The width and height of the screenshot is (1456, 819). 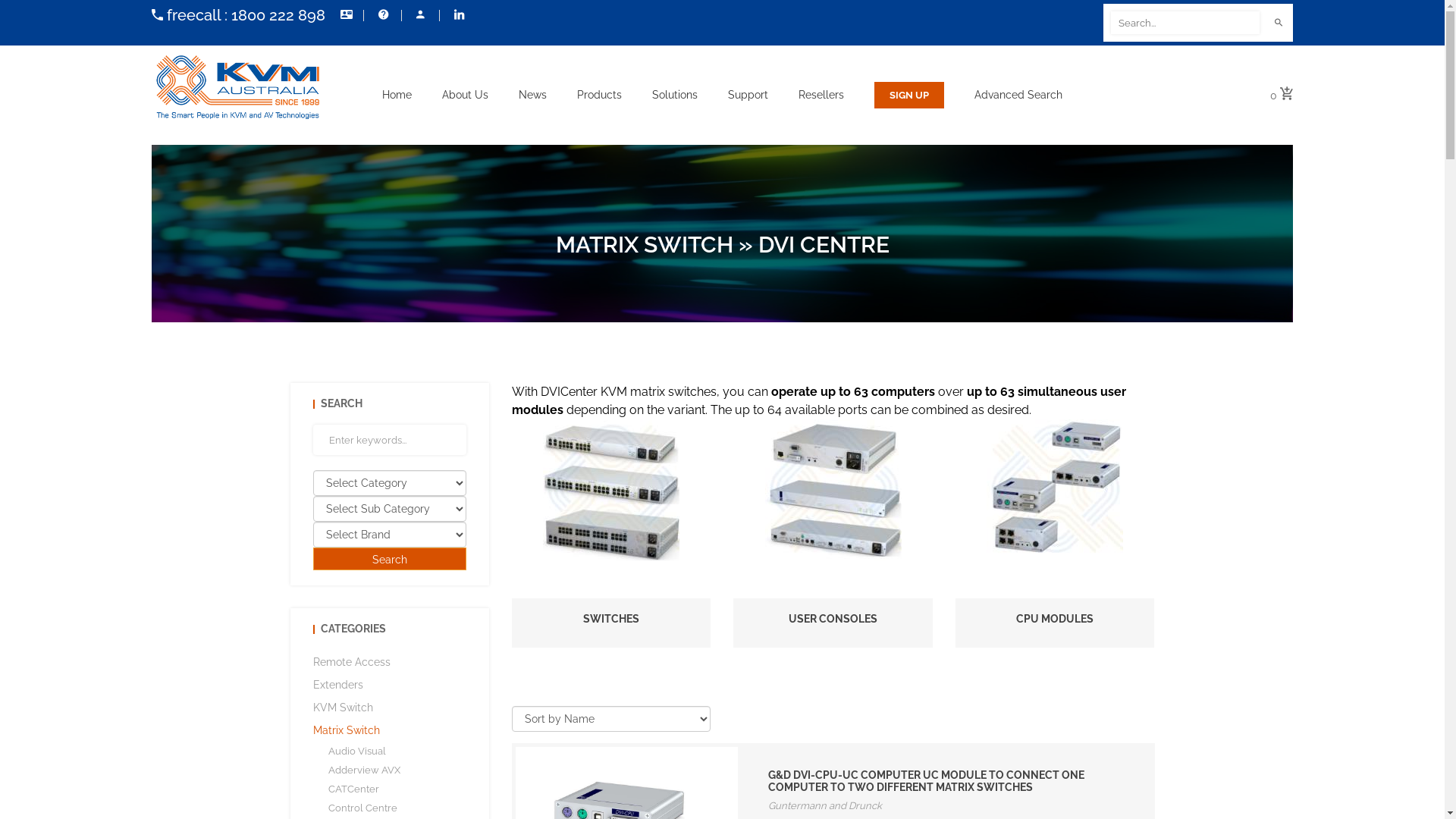 What do you see at coordinates (1054, 619) in the screenshot?
I see `'CPU MODULES'` at bounding box center [1054, 619].